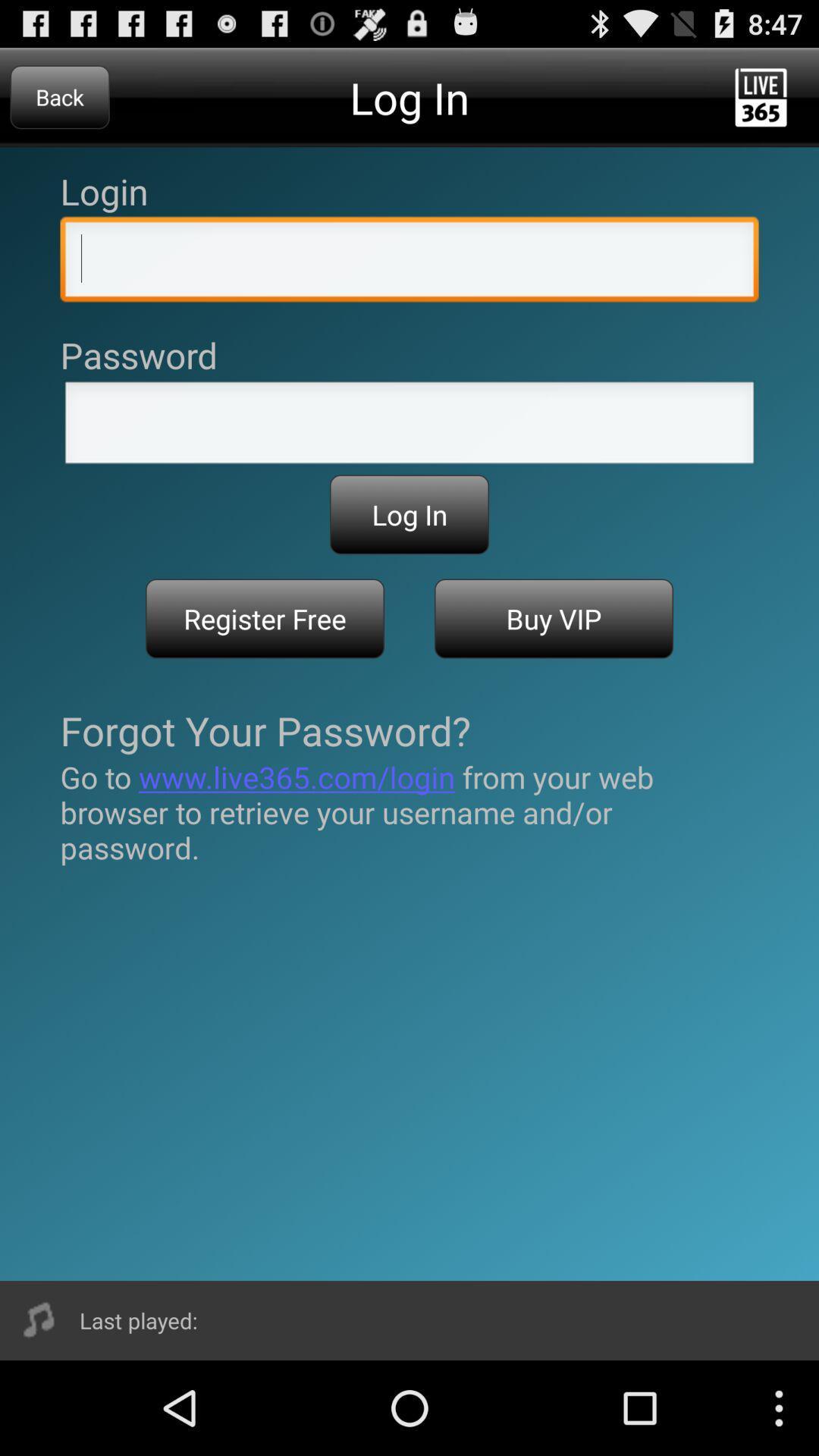 The width and height of the screenshot is (819, 1456). I want to click on icon at the top left corner, so click(59, 96).